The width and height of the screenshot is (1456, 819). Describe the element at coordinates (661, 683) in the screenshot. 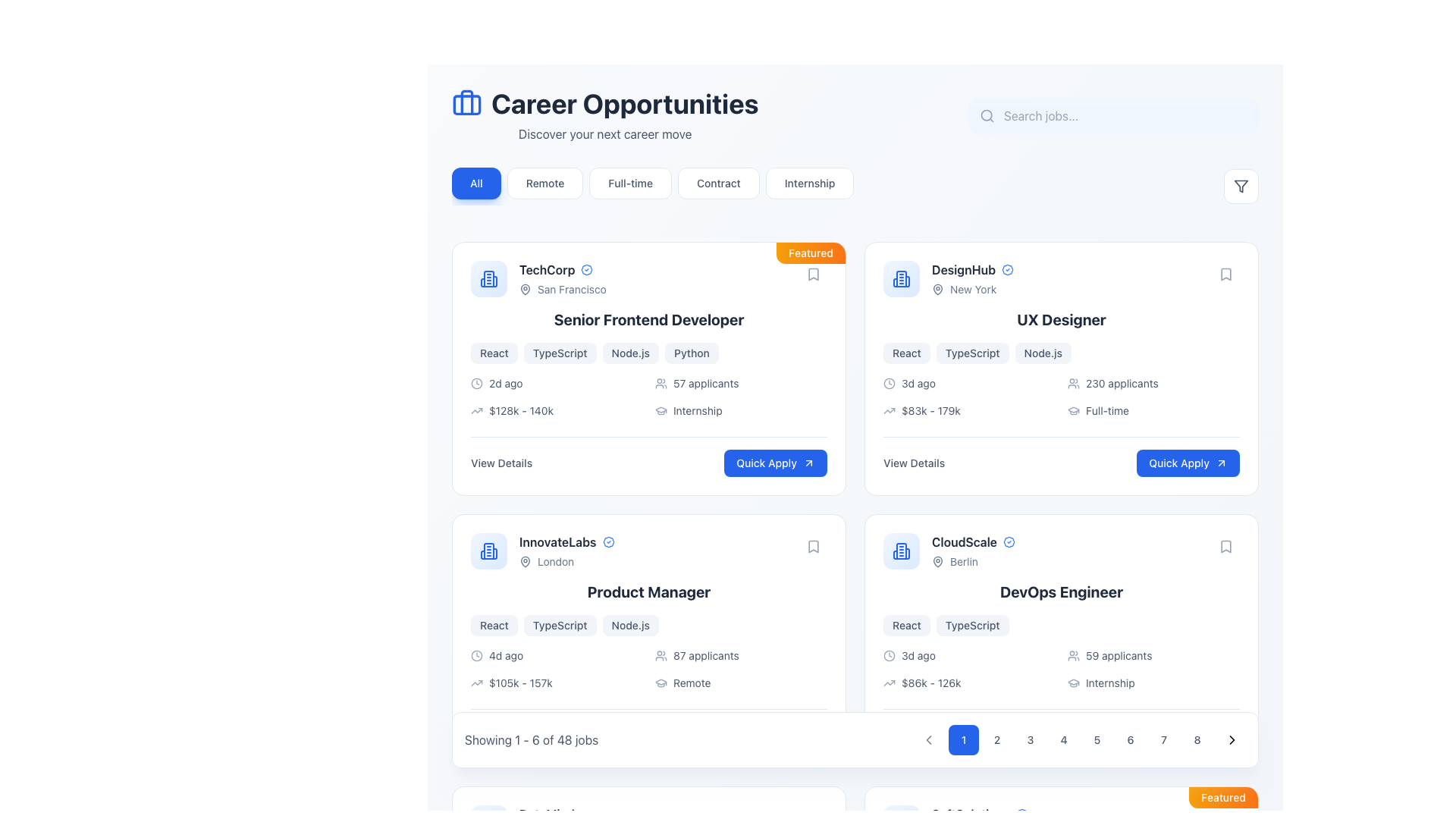

I see `the graduation cap icon located at the bottom left of the 'Product Manager' job posting card under 'InnovateLabs', near the text 'Remote'` at that location.